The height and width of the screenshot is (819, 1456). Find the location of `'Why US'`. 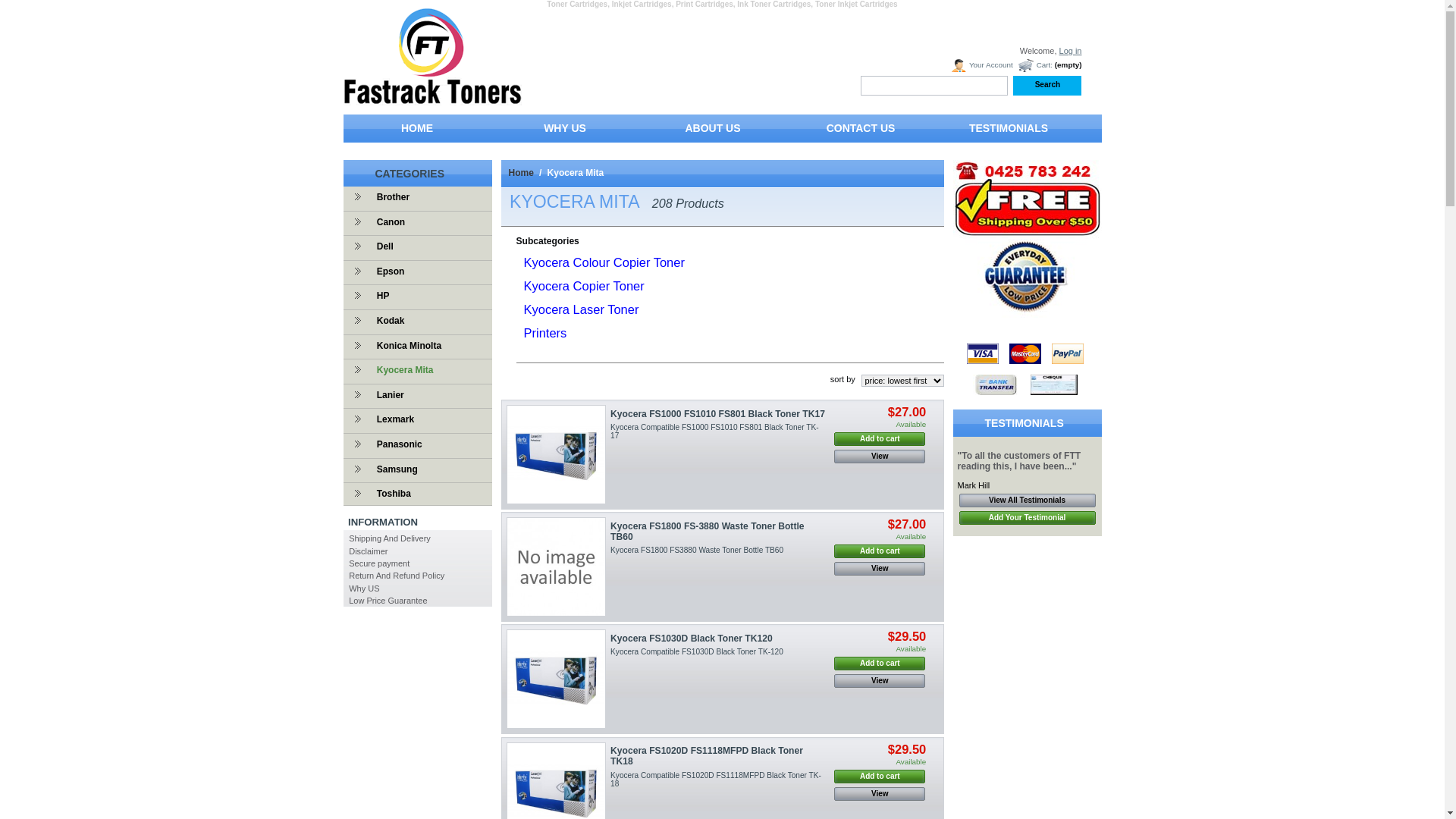

'Why US' is located at coordinates (364, 587).